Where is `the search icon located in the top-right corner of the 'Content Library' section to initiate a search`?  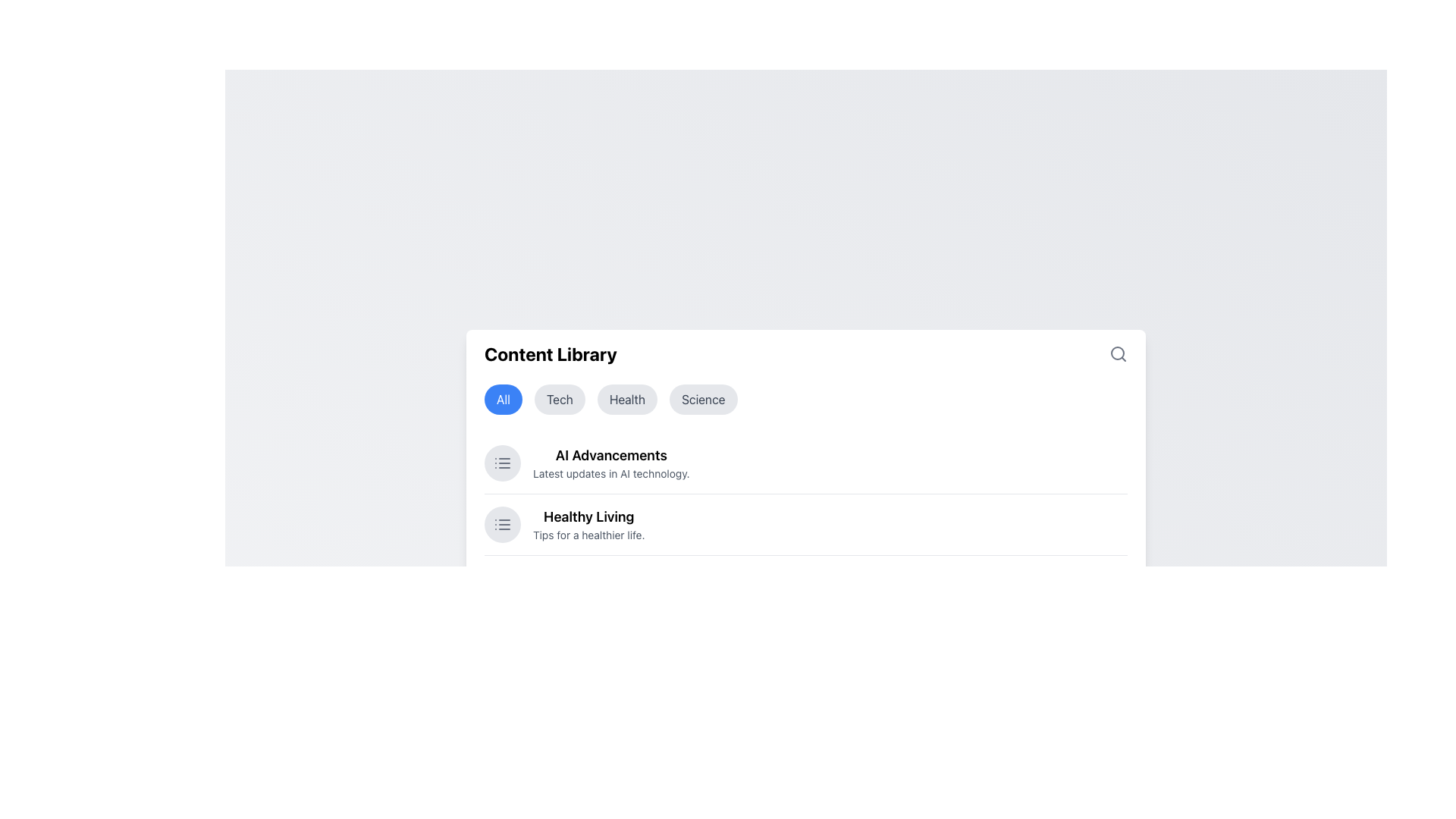 the search icon located in the top-right corner of the 'Content Library' section to initiate a search is located at coordinates (1118, 353).